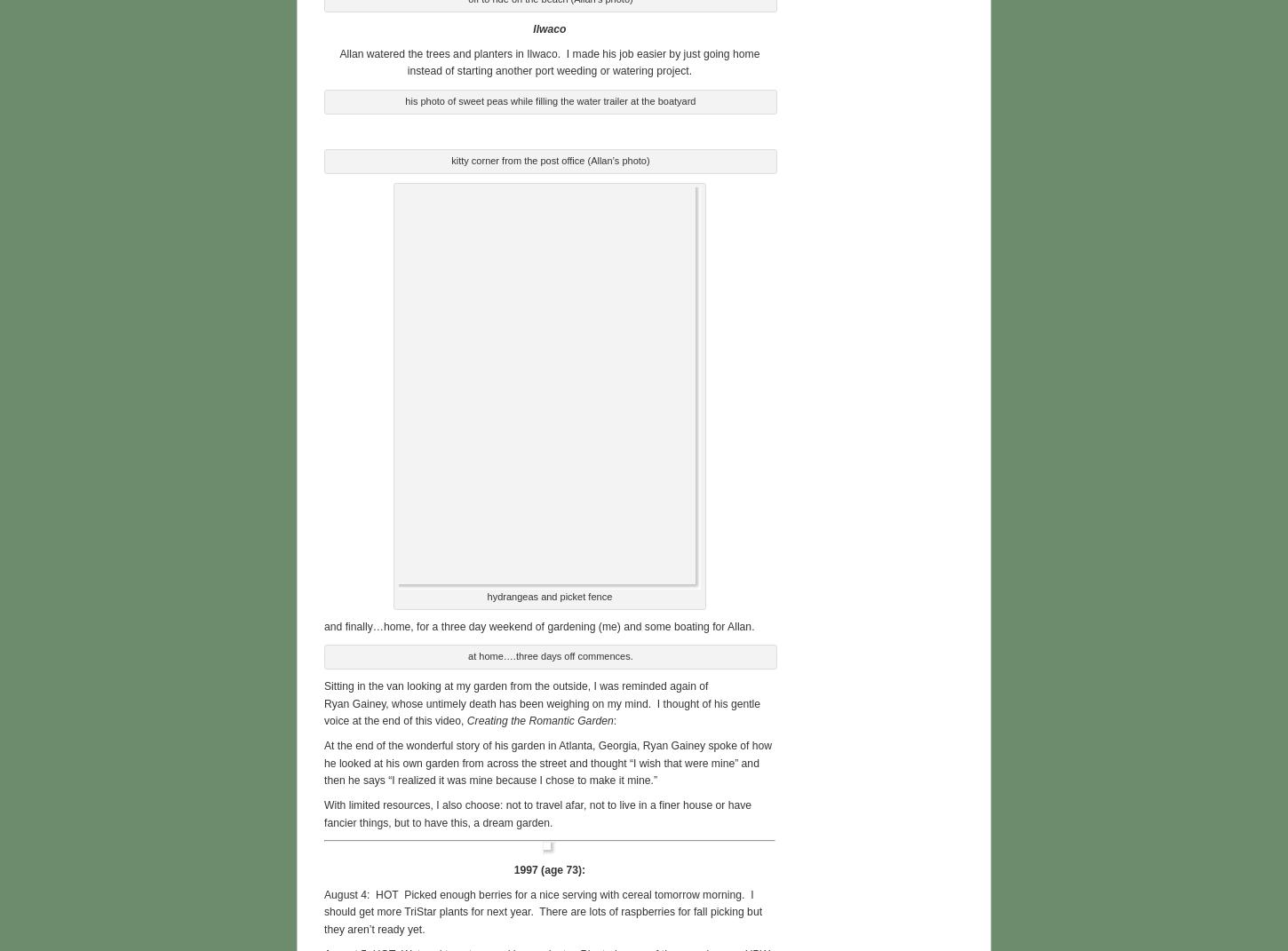 The image size is (1288, 951). Describe the element at coordinates (548, 25) in the screenshot. I see `'Ilwaco'` at that location.